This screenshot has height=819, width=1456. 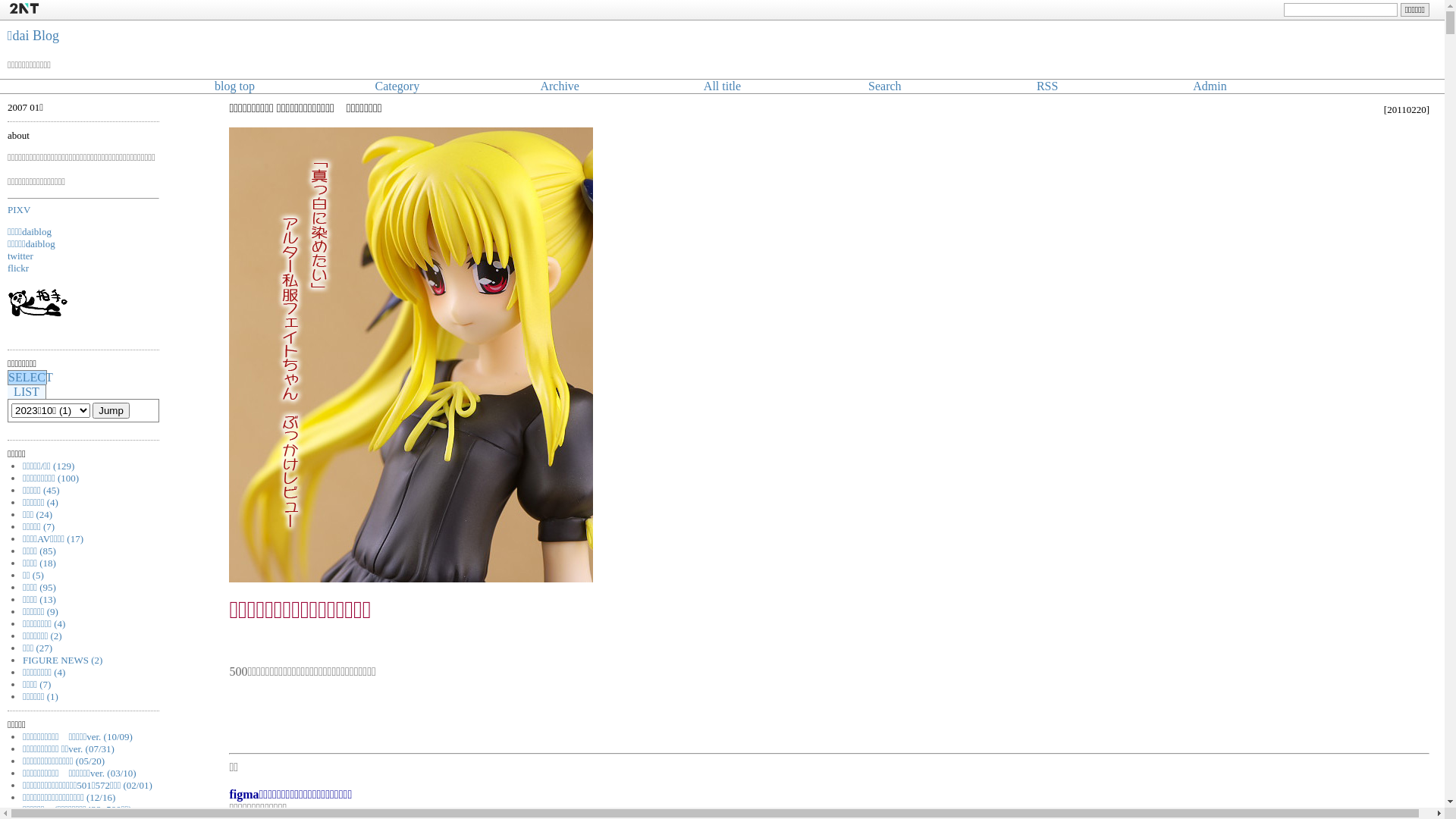 What do you see at coordinates (61, 659) in the screenshot?
I see `'FIGURE NEWS (2)'` at bounding box center [61, 659].